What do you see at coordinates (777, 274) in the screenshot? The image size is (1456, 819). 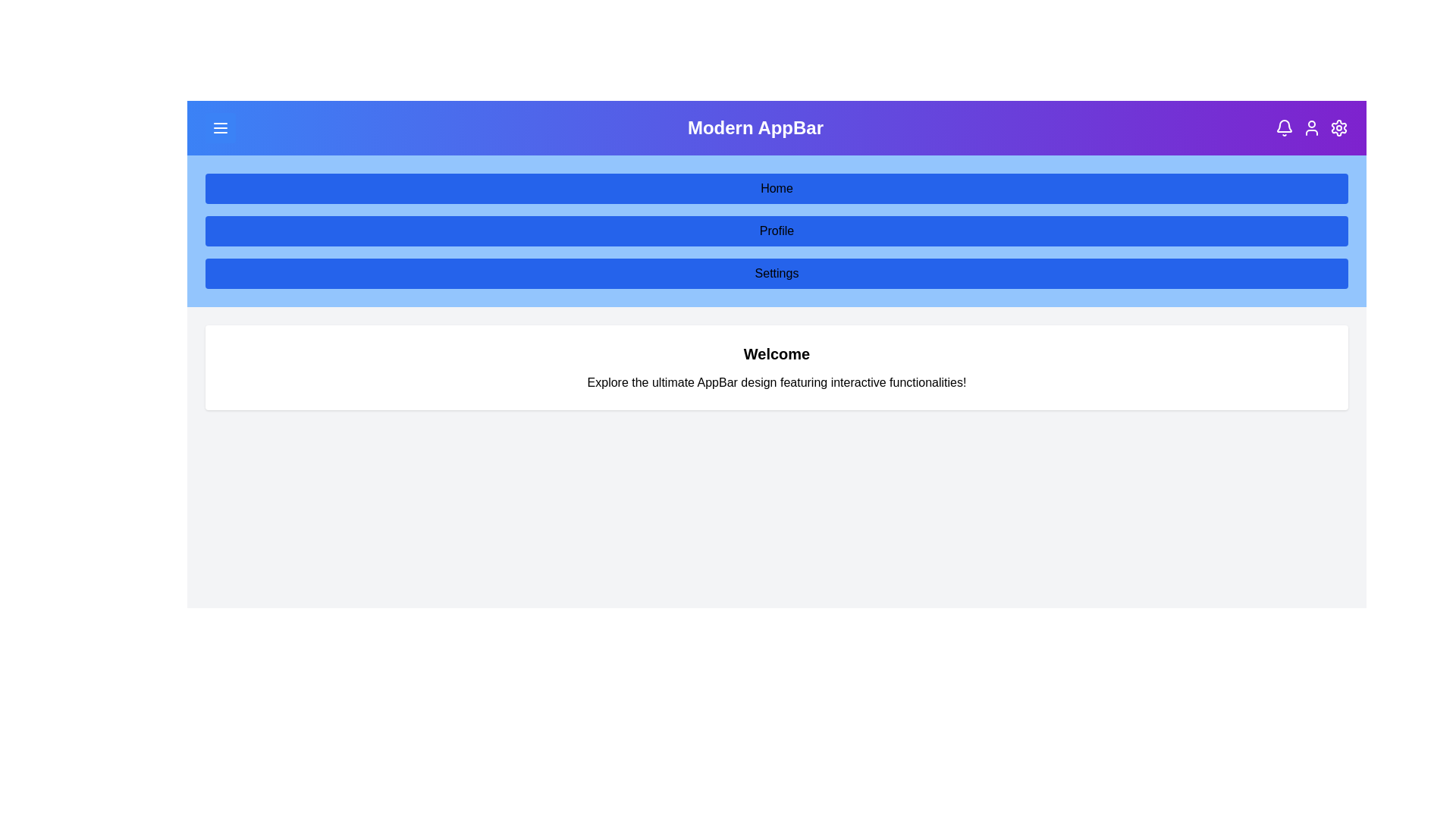 I see `the Settings navigation button` at bounding box center [777, 274].